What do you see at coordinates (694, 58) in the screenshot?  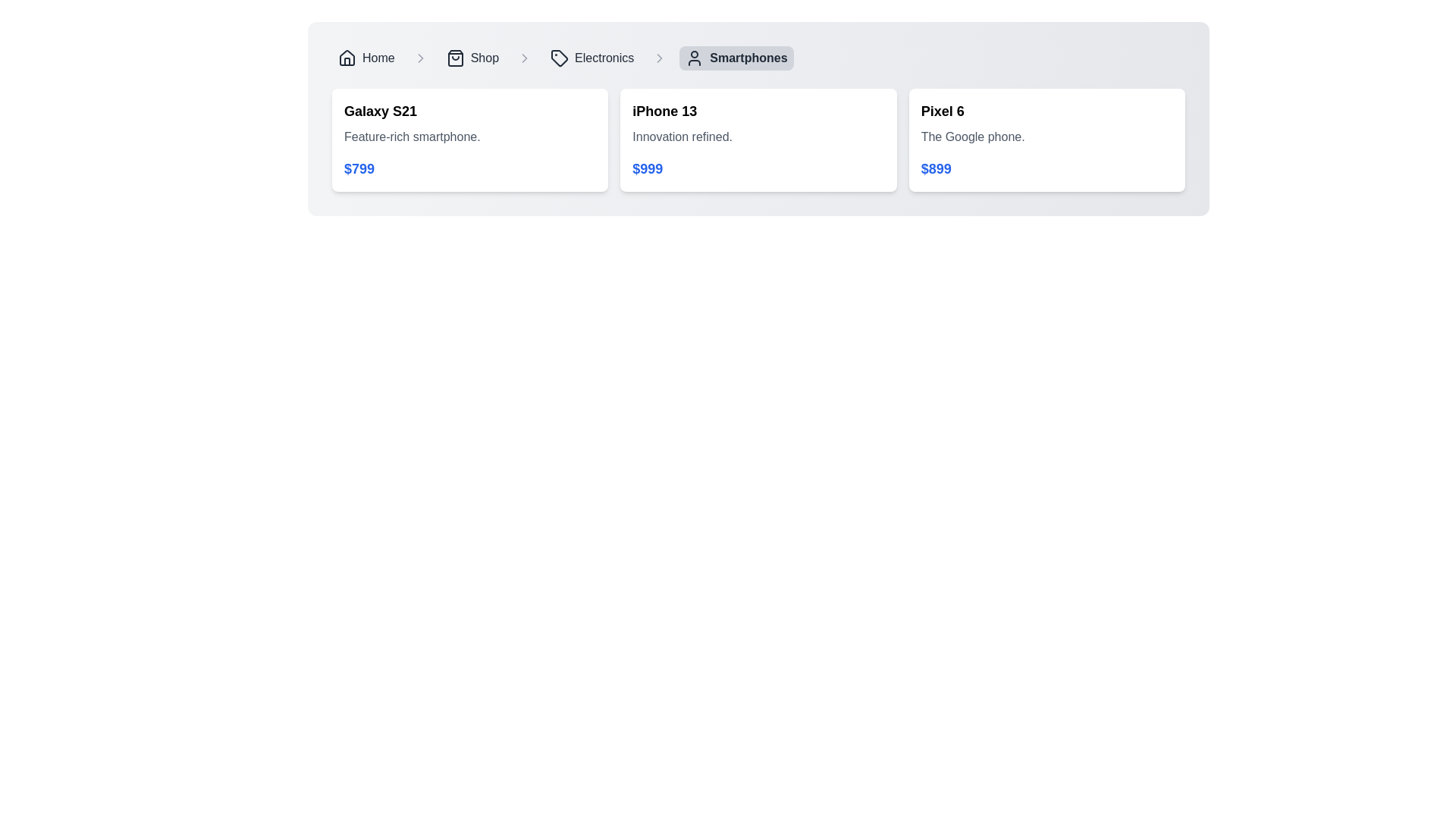 I see `the user profile icon, which is a minimalist outline depiction of a user's head and shoulders, located to the left of the 'Smartphones' label in the navigation breadcrumb interface` at bounding box center [694, 58].